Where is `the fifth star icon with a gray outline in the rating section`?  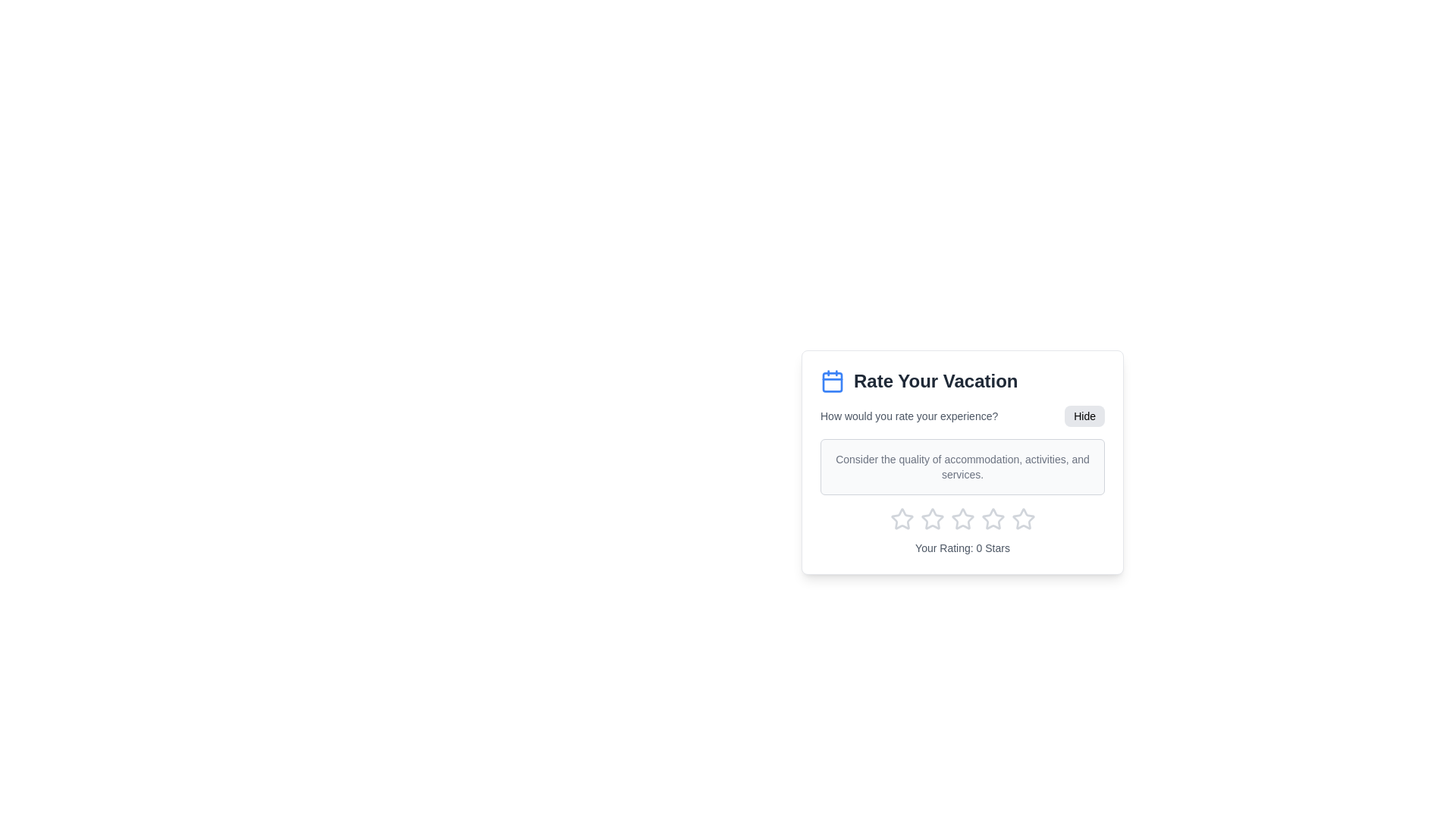 the fifth star icon with a gray outline in the rating section is located at coordinates (993, 519).